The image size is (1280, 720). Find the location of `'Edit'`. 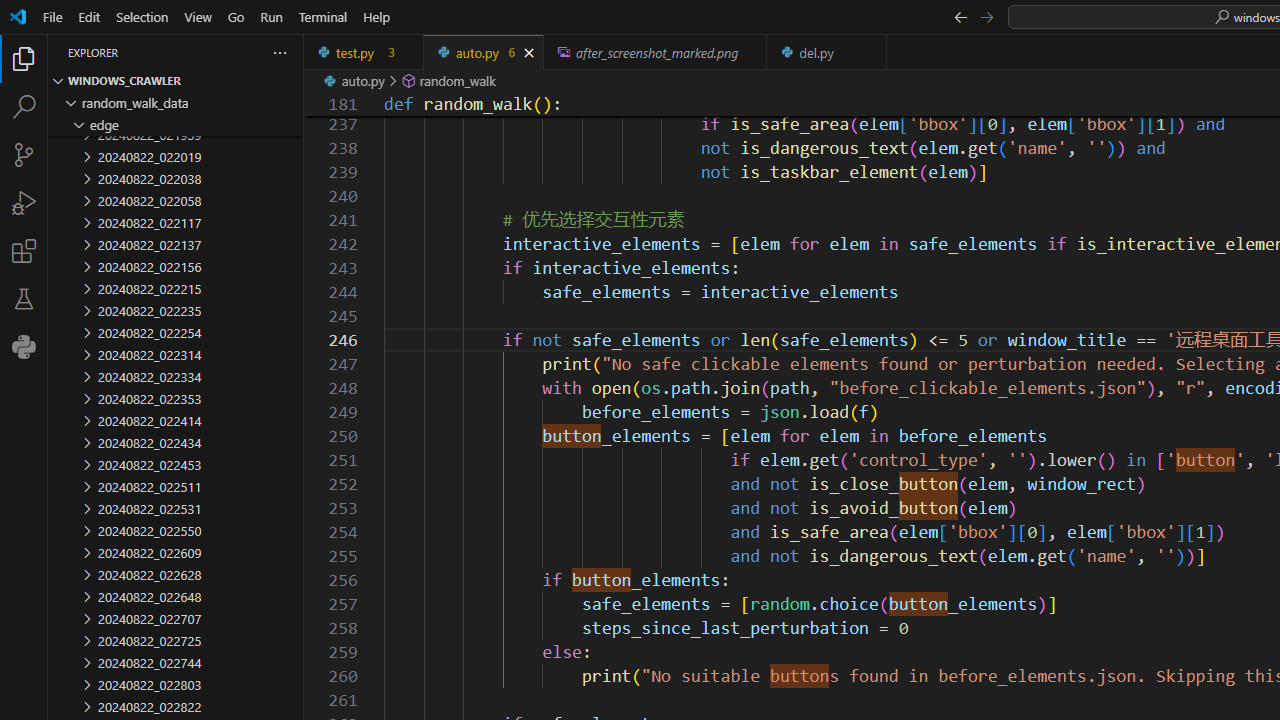

'Edit' is located at coordinates (88, 16).